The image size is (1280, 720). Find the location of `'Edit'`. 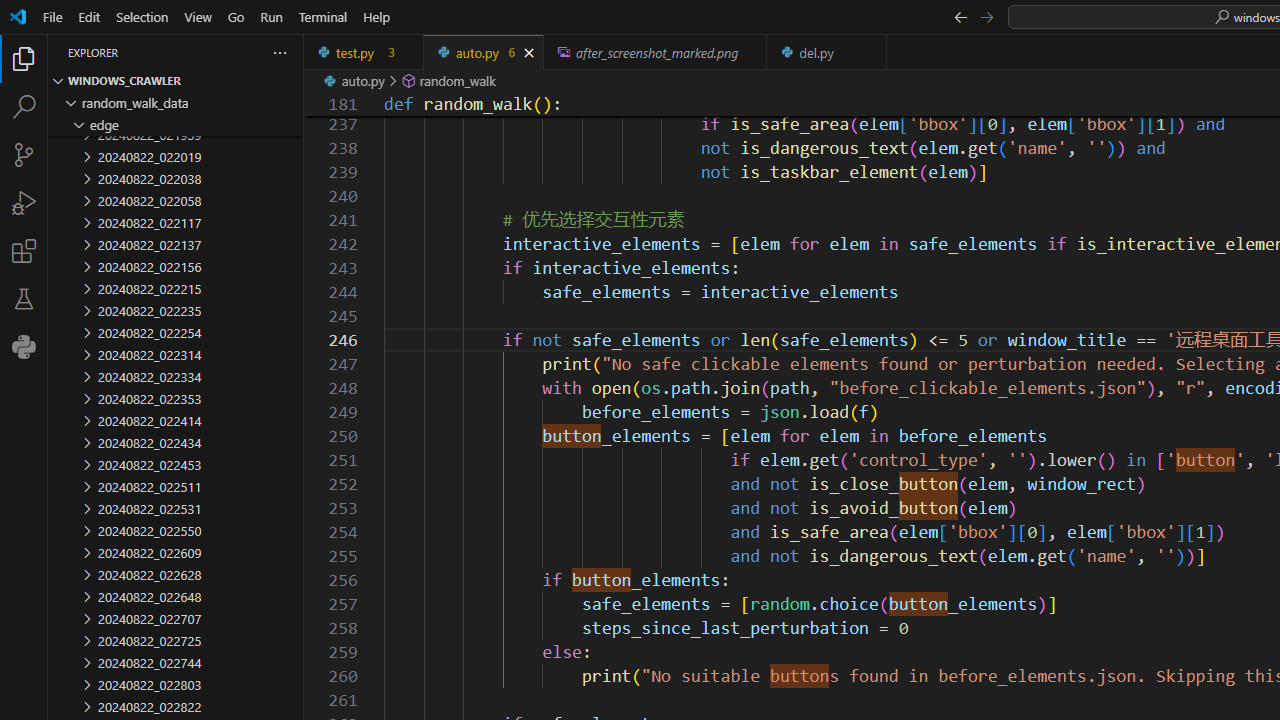

'Edit' is located at coordinates (88, 16).